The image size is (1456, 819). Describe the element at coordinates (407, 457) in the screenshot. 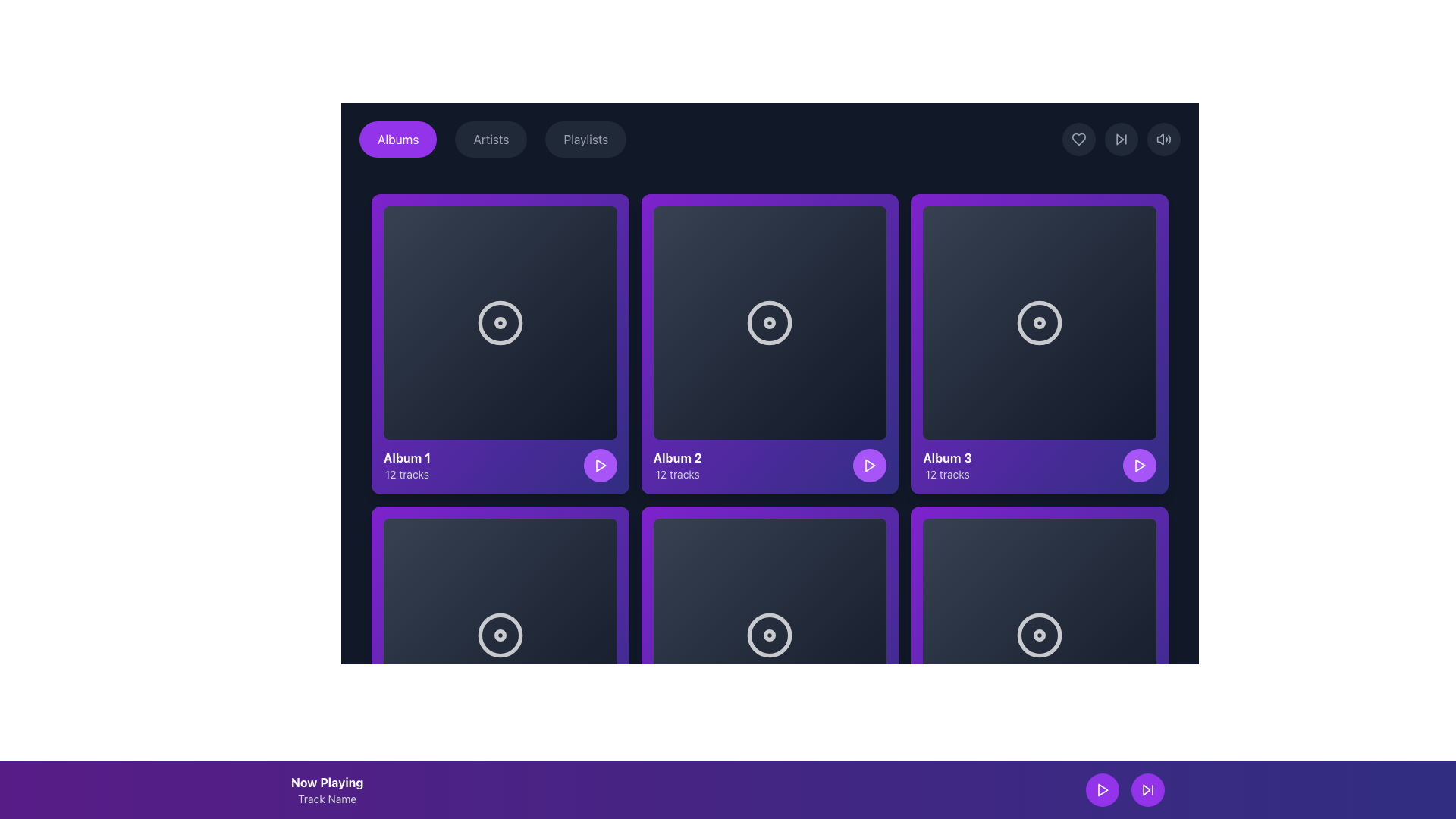

I see `text label that serves as the title for the album item located in the lower-left portion of the interface, specifically in the first cell of the grid layout` at that location.